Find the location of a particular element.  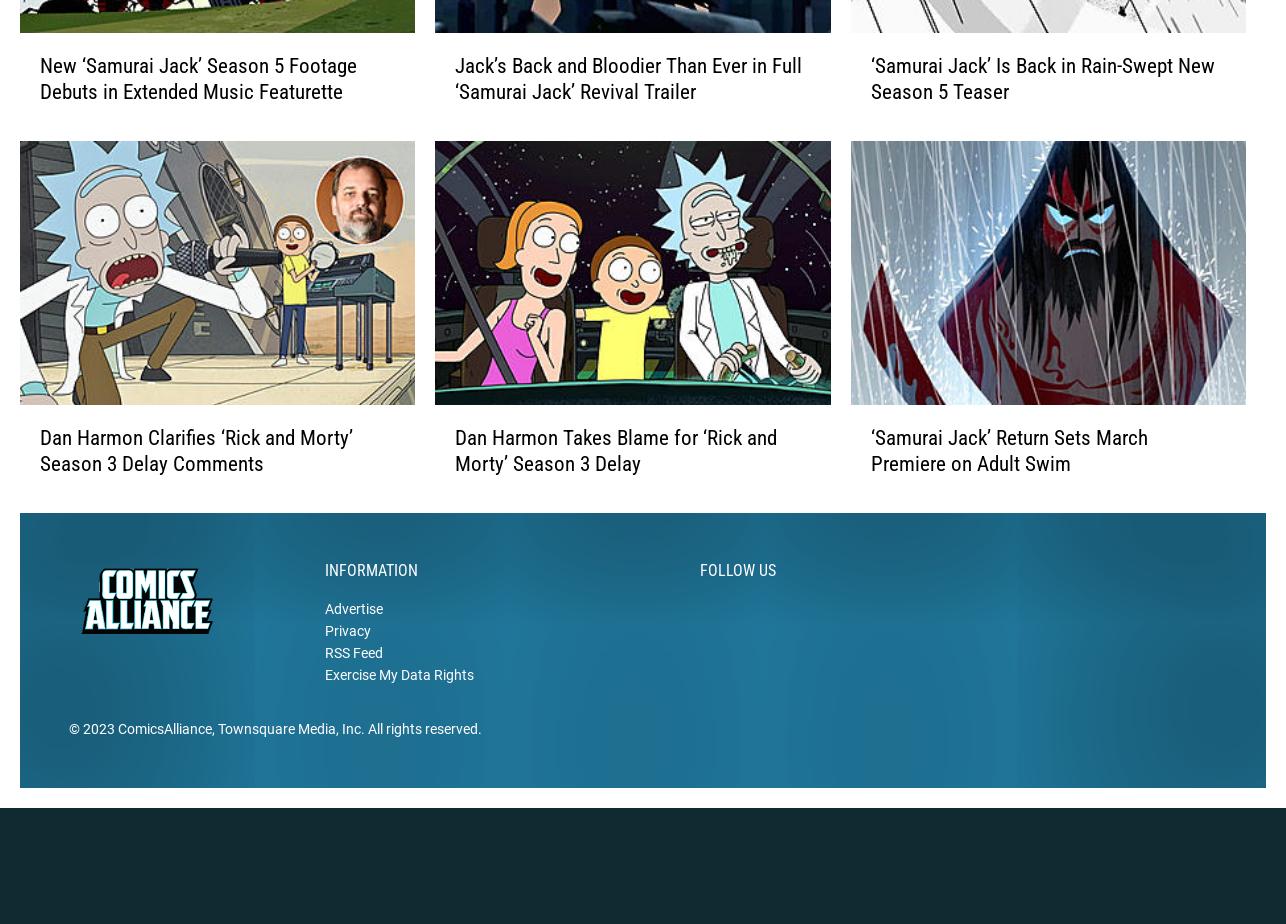

'‘Samurai Jack’ Return Sets March Premiere on Adult Swim' is located at coordinates (1007, 482).